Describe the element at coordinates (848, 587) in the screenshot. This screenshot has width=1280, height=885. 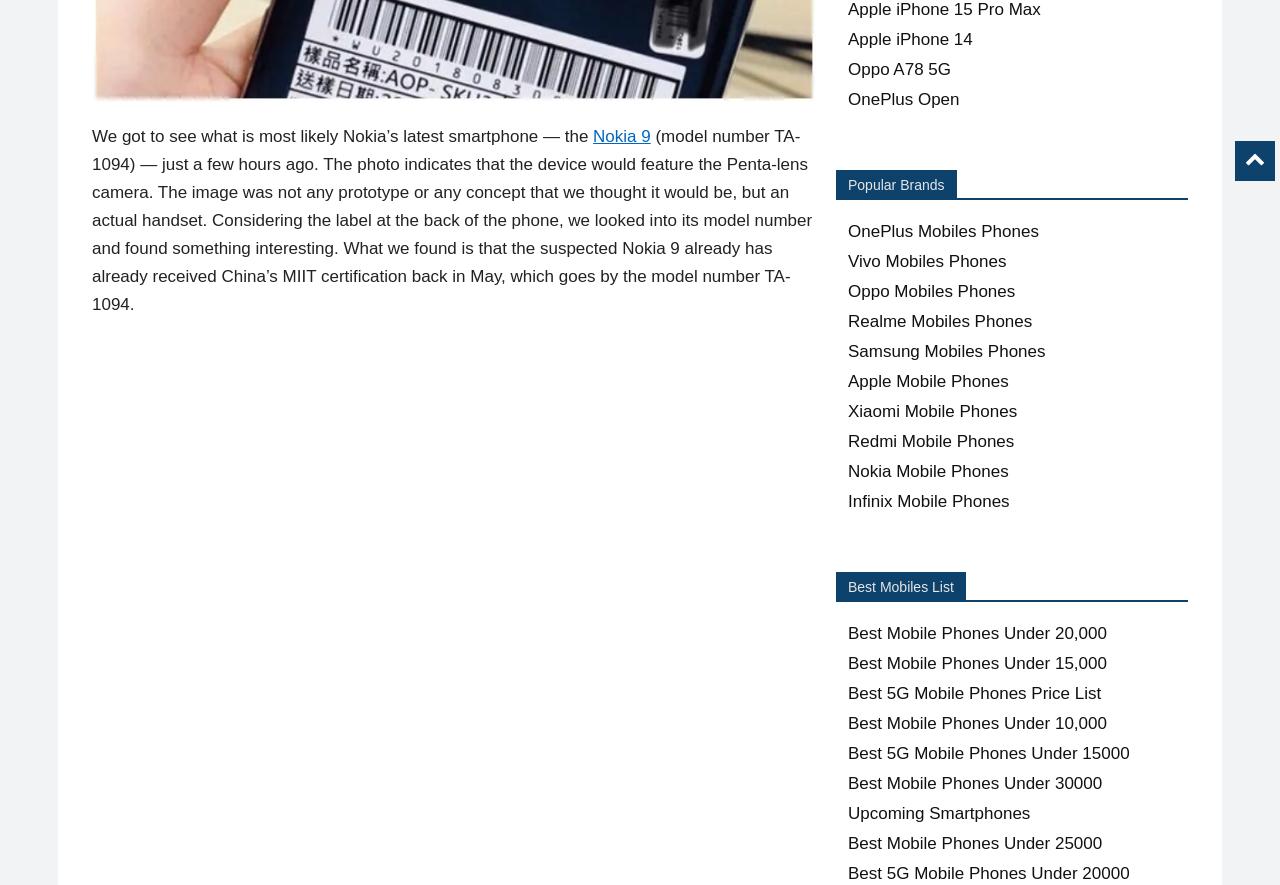
I see `'Best Mobiles List'` at that location.